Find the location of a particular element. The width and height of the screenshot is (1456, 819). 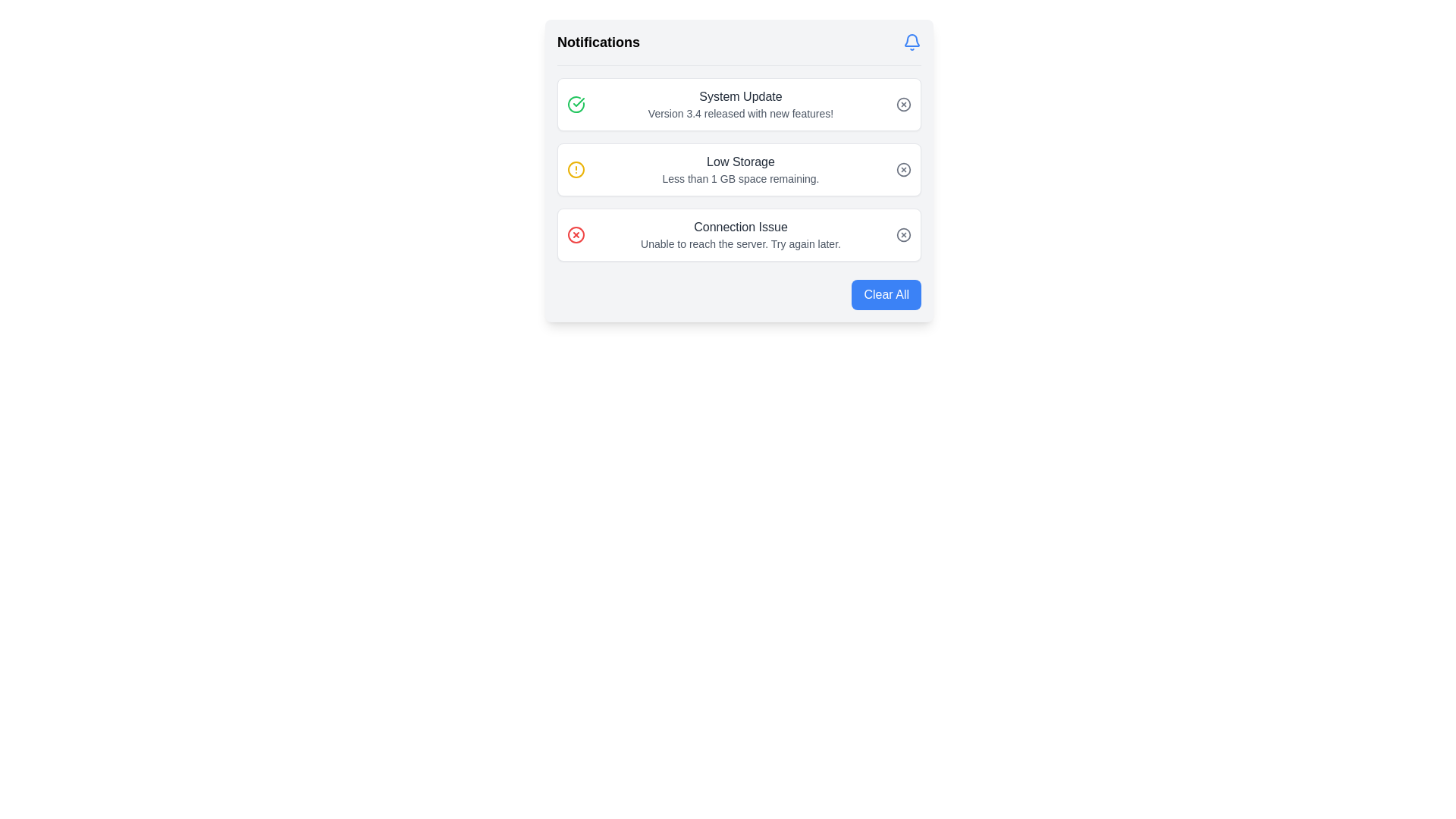

the alert icon indicating a 'Connection Issue' located as the leftmost visual indicator within the notification block is located at coordinates (575, 234).